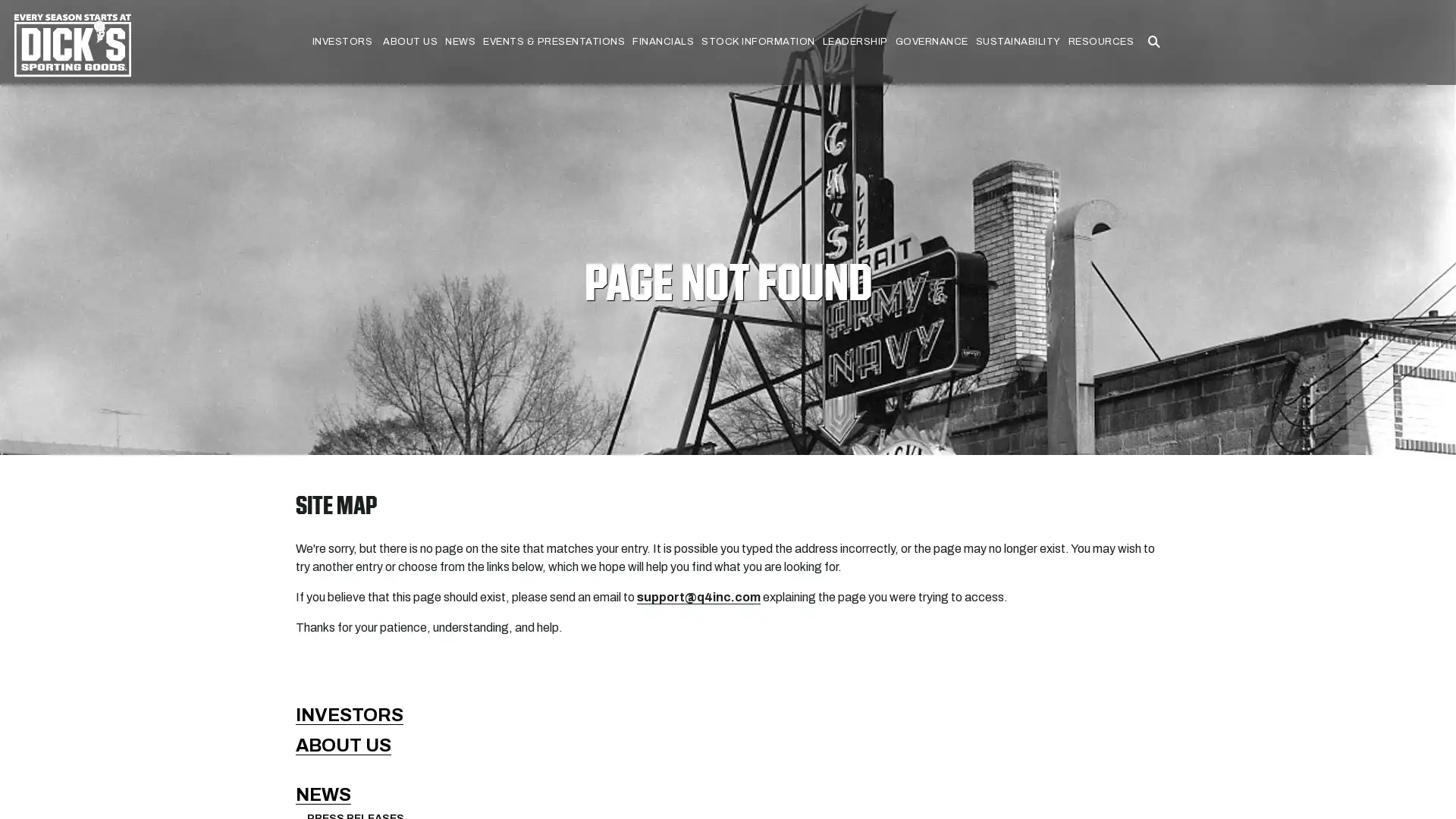 The image size is (1456, 819). Describe the element at coordinates (1153, 42) in the screenshot. I see `toggle search` at that location.